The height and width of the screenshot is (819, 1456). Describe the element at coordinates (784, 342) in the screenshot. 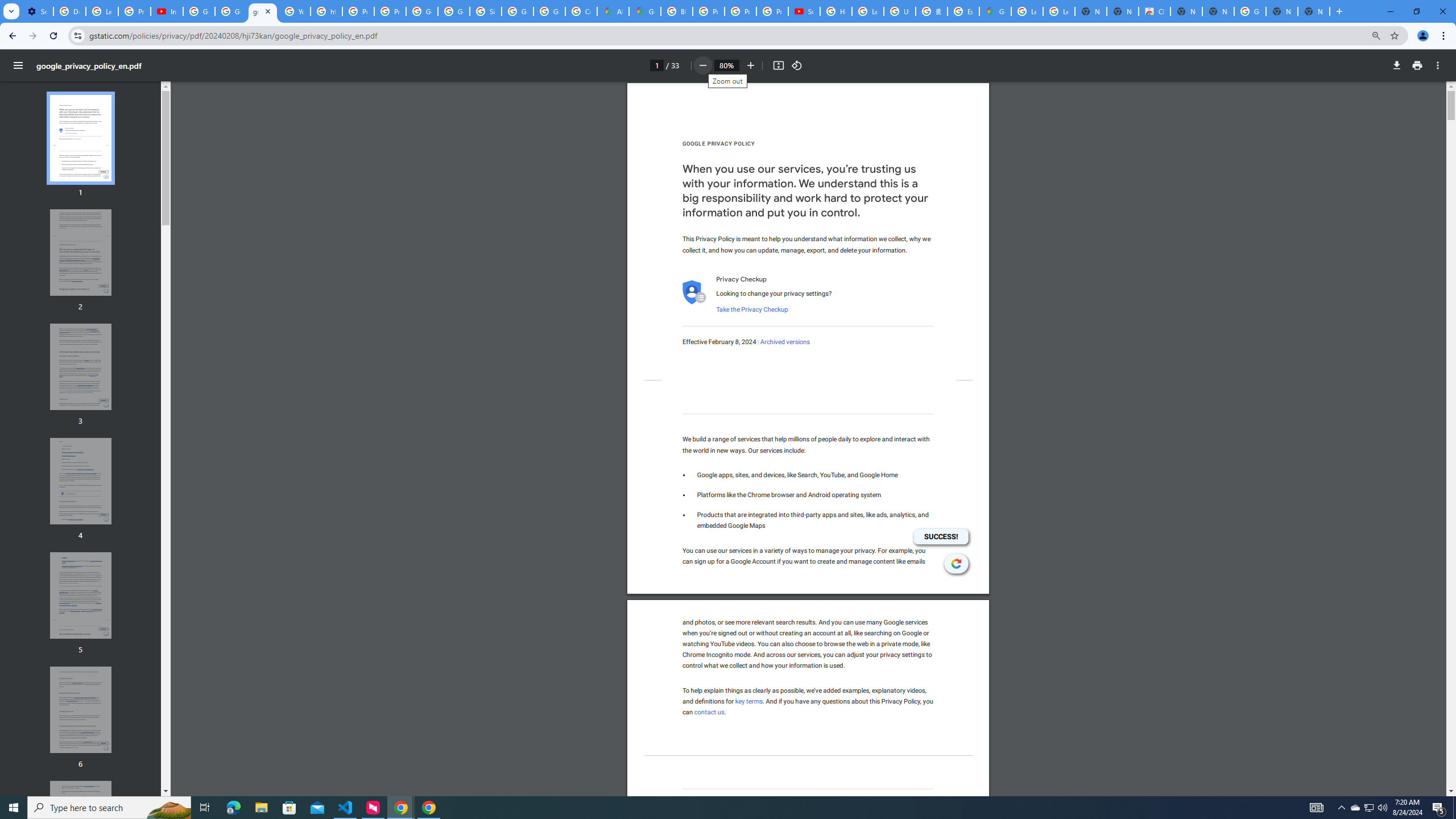

I see `'Archived versions'` at that location.